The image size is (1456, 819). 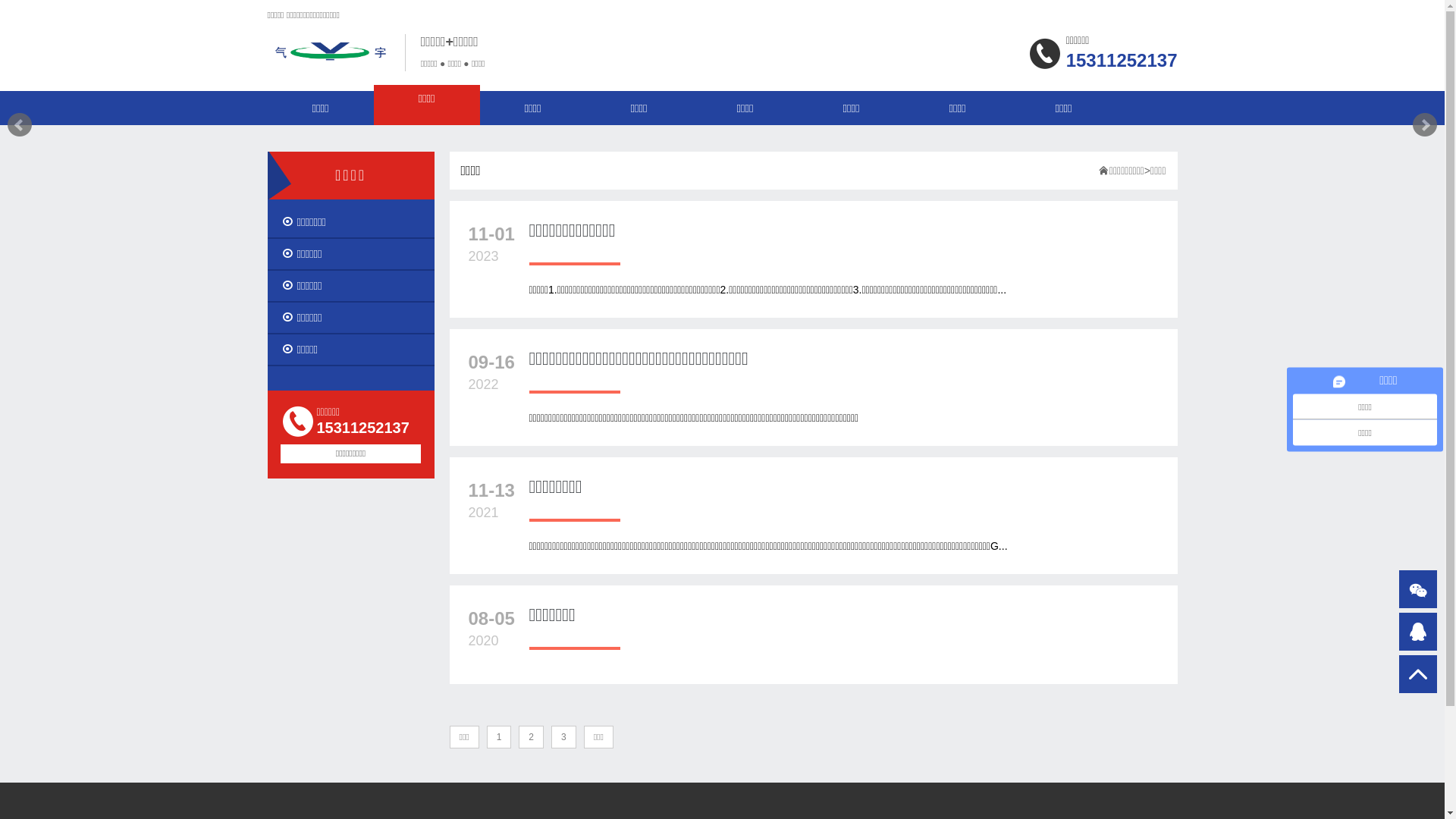 What do you see at coordinates (19, 124) in the screenshot?
I see `'Prev'` at bounding box center [19, 124].